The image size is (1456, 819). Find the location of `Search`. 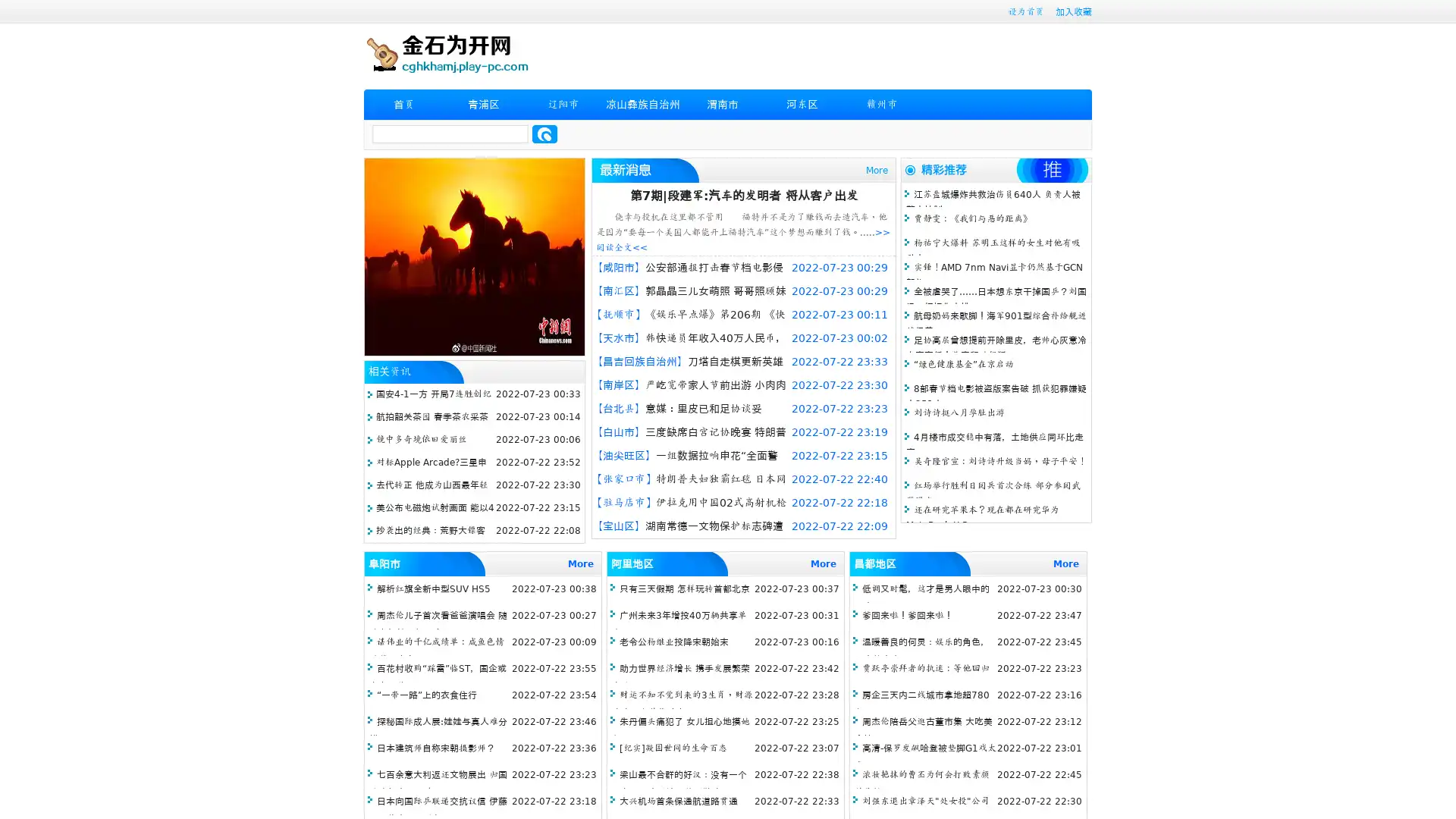

Search is located at coordinates (544, 133).